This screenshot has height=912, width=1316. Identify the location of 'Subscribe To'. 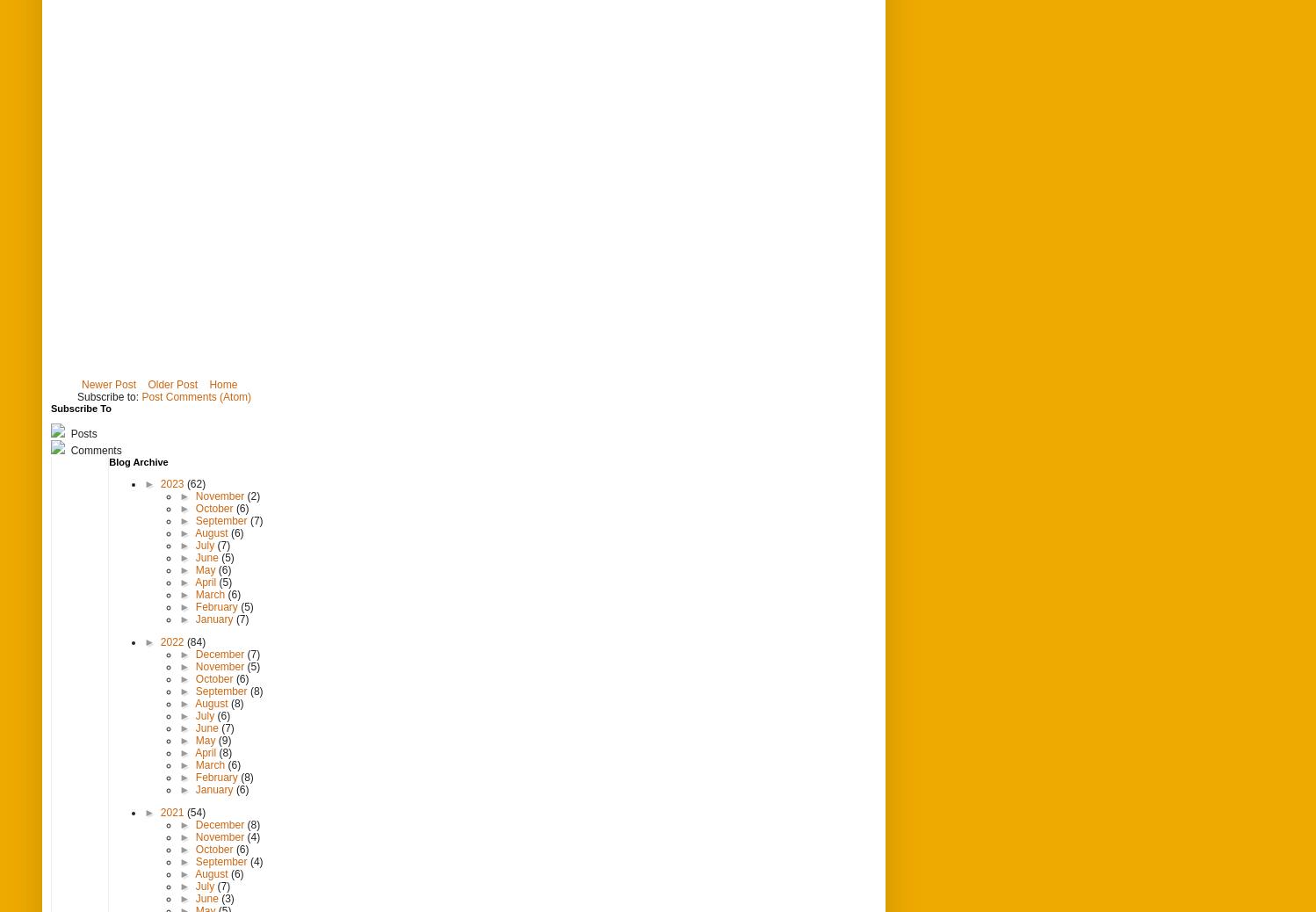
(79, 407).